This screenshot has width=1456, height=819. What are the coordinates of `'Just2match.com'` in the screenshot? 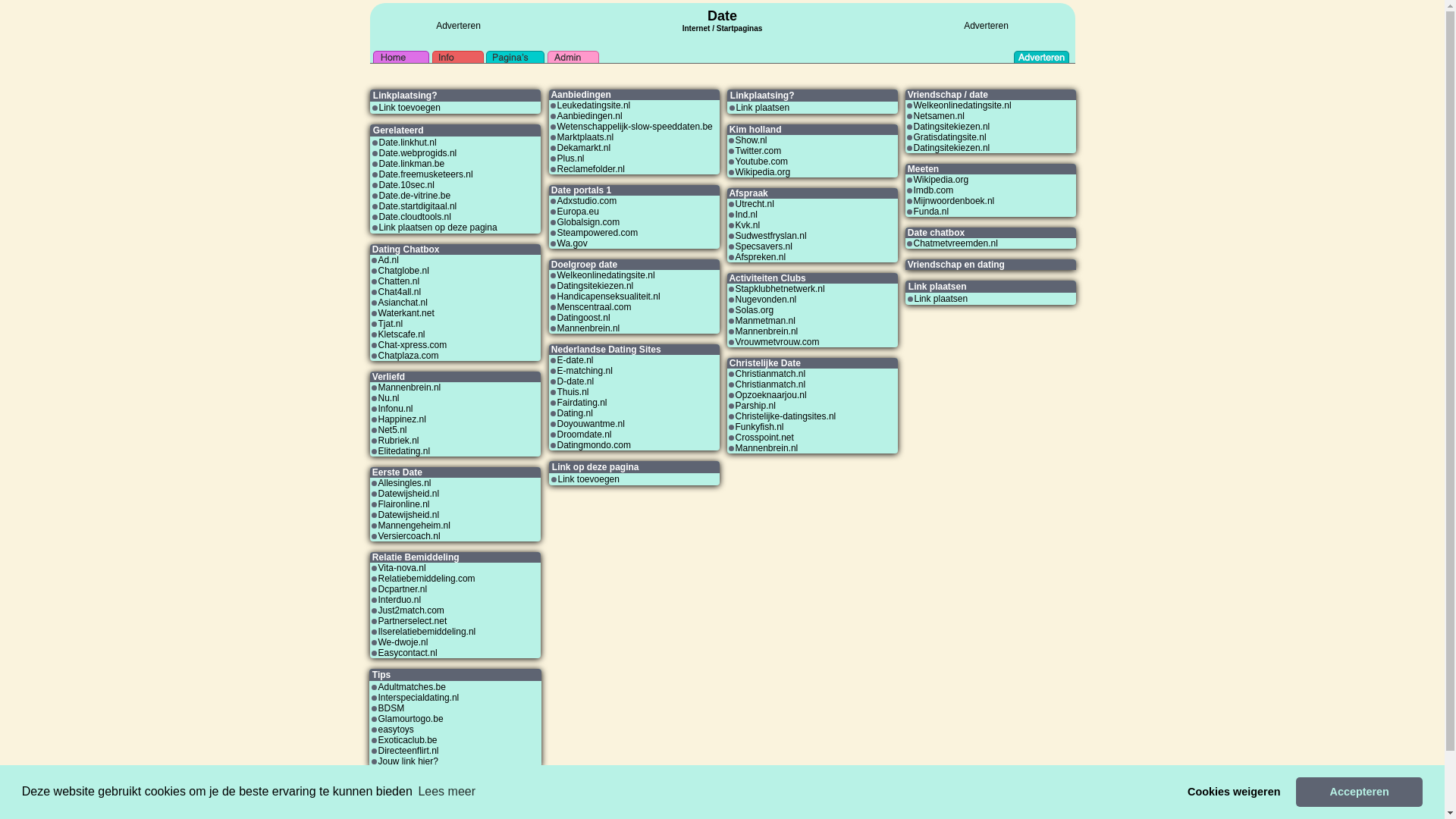 It's located at (410, 610).